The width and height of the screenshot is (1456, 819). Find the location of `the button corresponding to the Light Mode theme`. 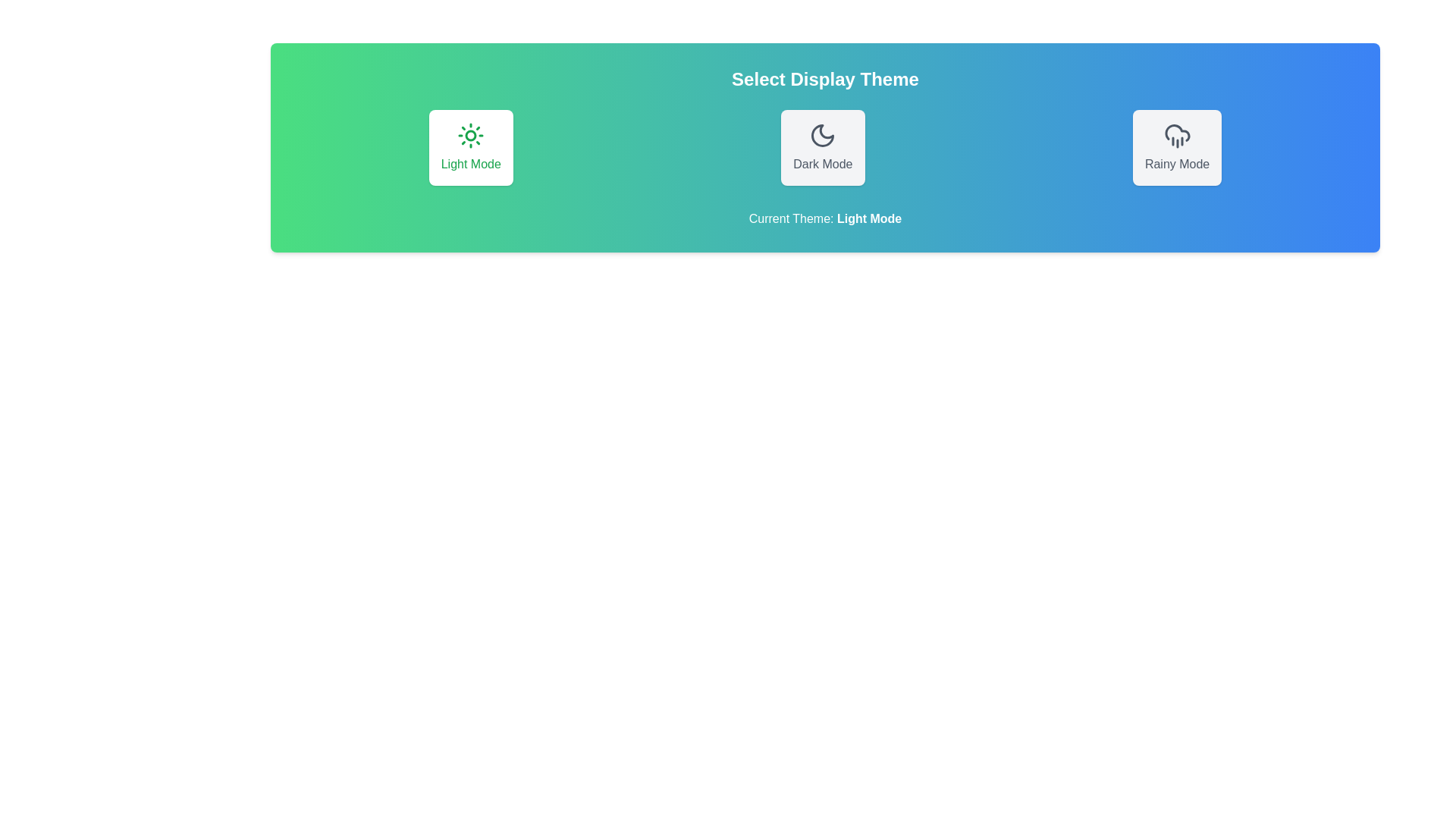

the button corresponding to the Light Mode theme is located at coordinates (469, 148).